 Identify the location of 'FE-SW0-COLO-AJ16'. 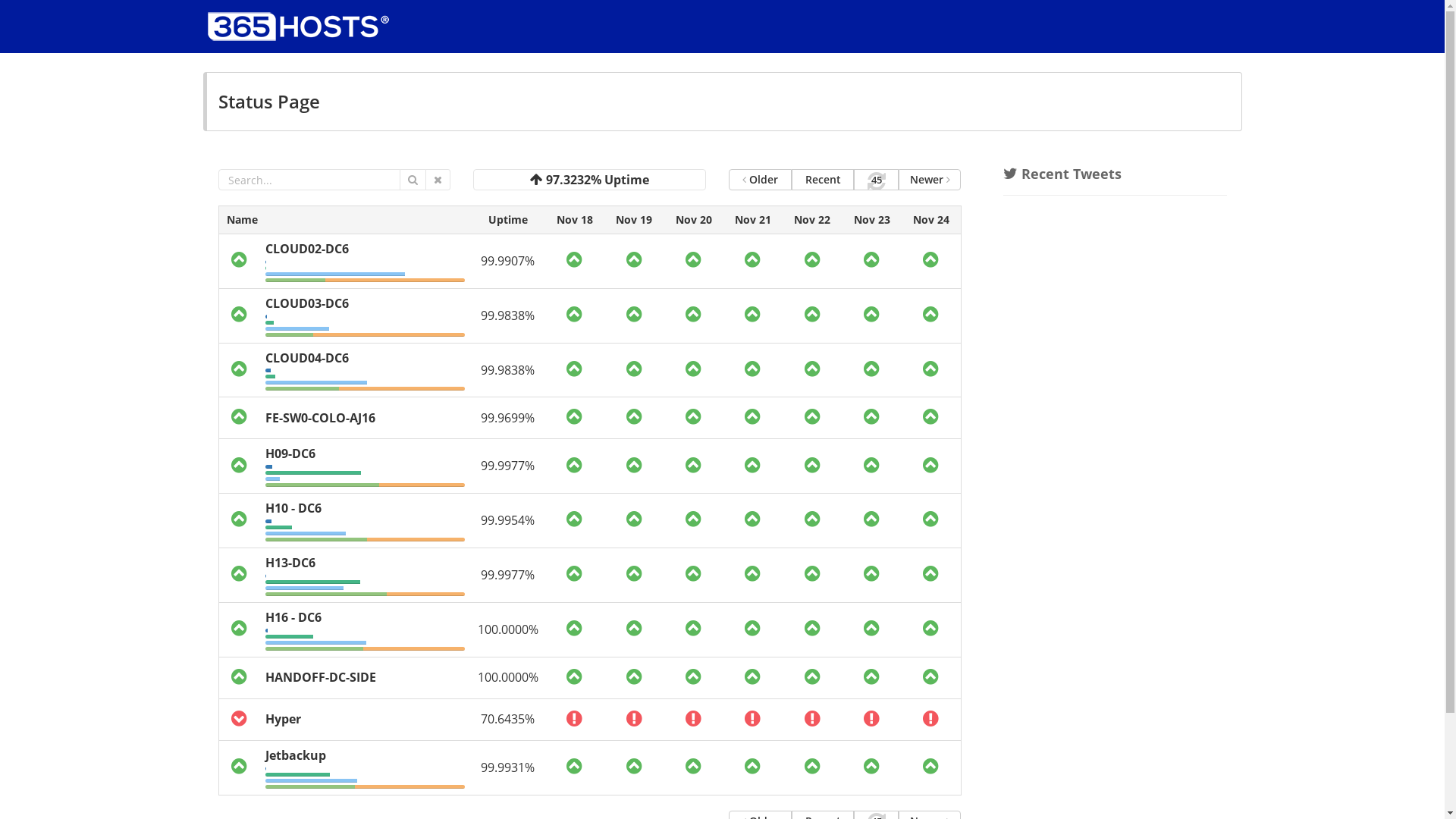
(319, 418).